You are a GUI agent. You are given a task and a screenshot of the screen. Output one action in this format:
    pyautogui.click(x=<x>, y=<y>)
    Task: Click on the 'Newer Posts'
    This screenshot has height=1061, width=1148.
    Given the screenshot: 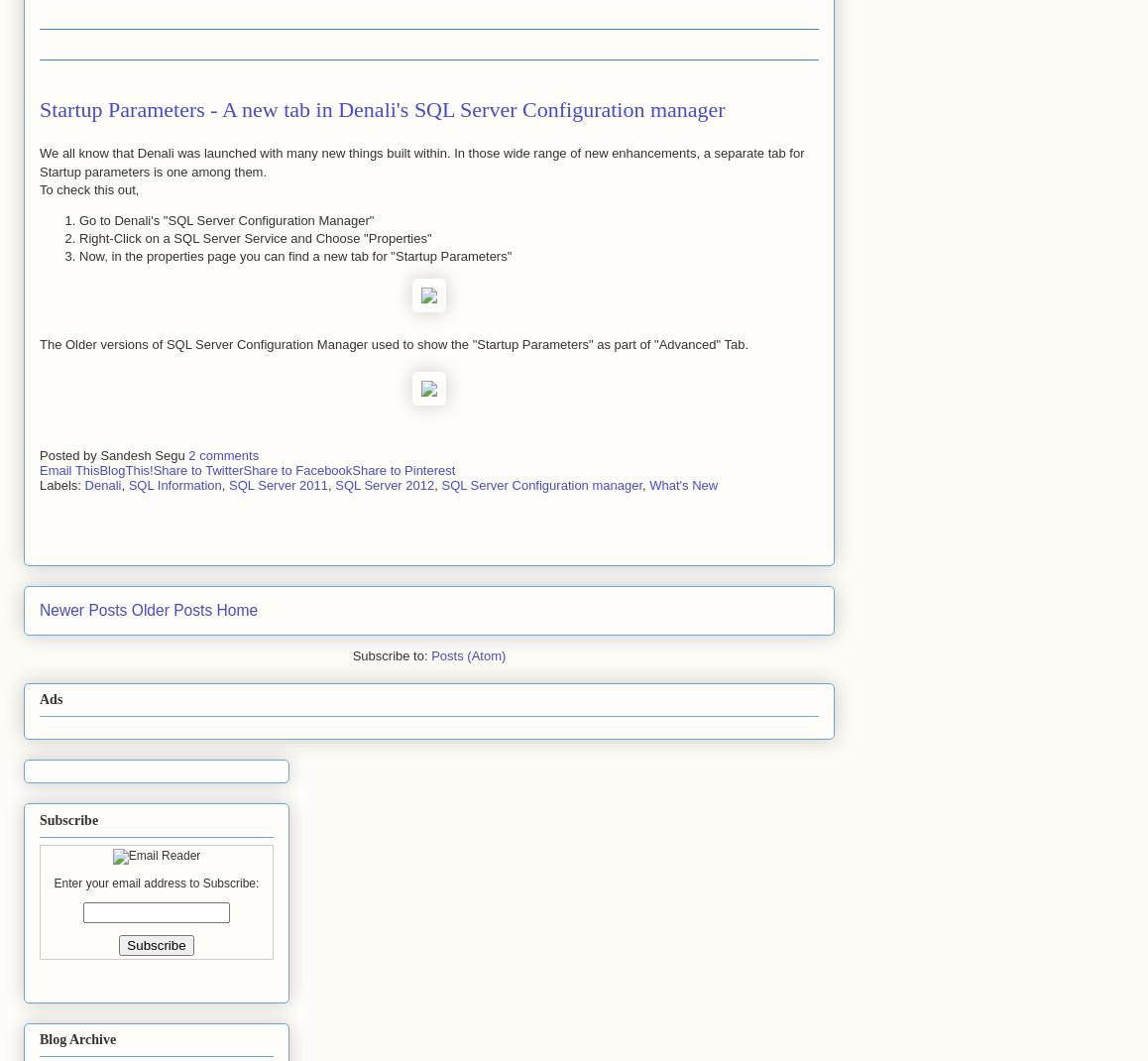 What is the action you would take?
    pyautogui.click(x=38, y=609)
    